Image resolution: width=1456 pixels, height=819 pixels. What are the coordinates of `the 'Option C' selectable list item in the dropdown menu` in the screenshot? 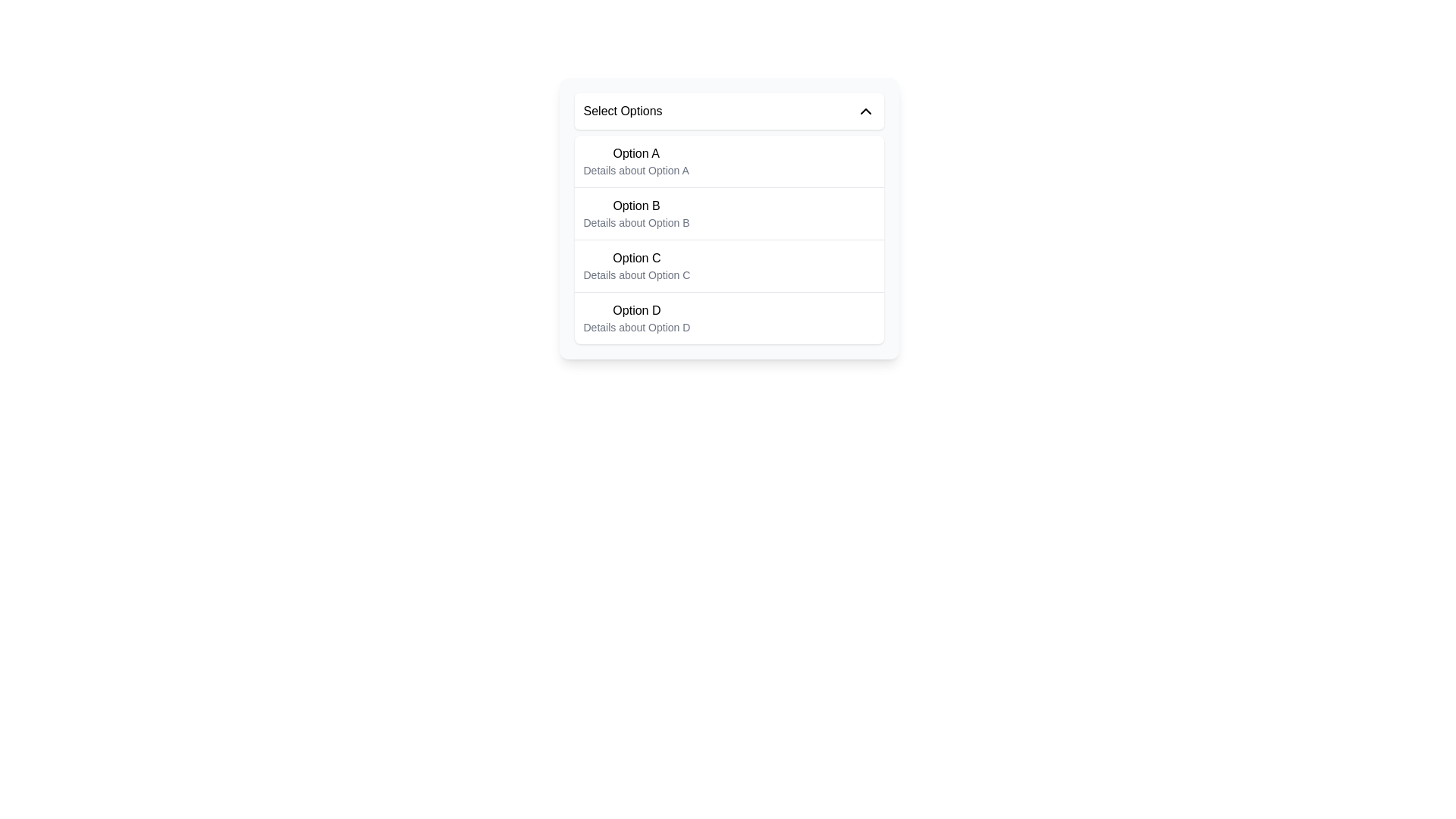 It's located at (729, 265).